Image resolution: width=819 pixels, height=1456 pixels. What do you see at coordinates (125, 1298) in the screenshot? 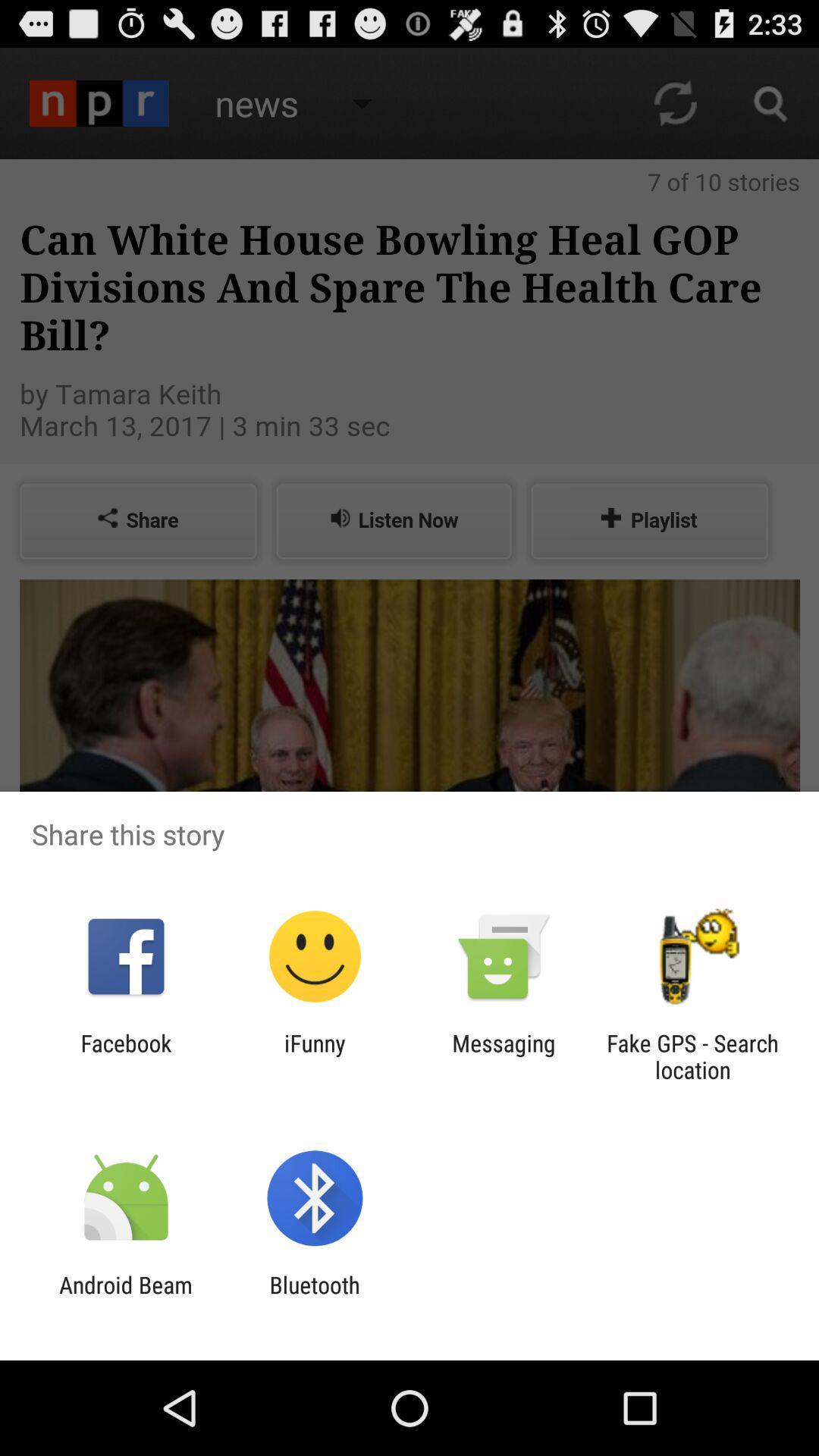
I see `the icon to the left of the bluetooth` at bounding box center [125, 1298].